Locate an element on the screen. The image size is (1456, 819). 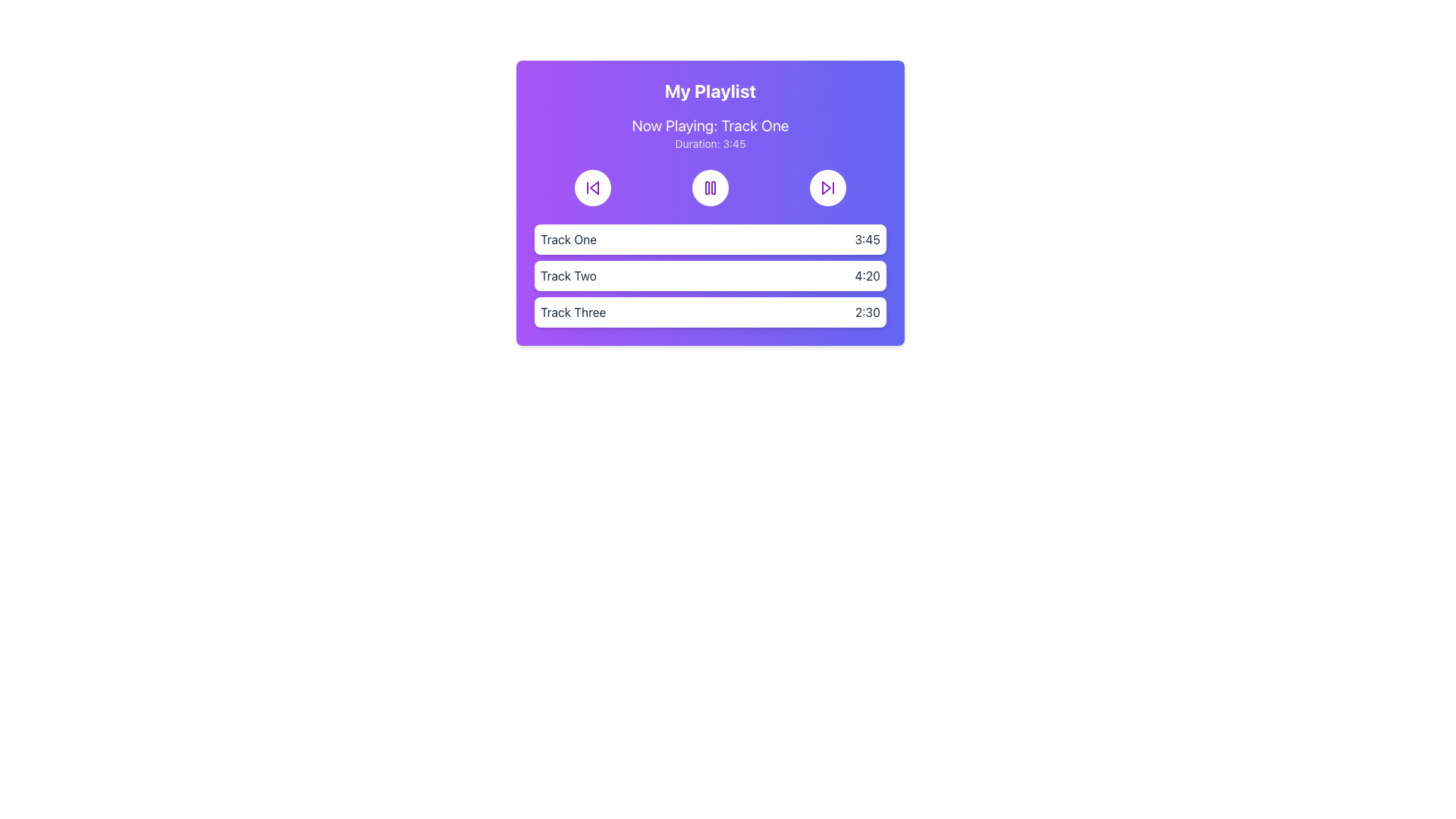
the static text label displaying '4:20', which is positioned to the right of 'Track Two' in a white rounded rectangle on a purple background is located at coordinates (868, 275).